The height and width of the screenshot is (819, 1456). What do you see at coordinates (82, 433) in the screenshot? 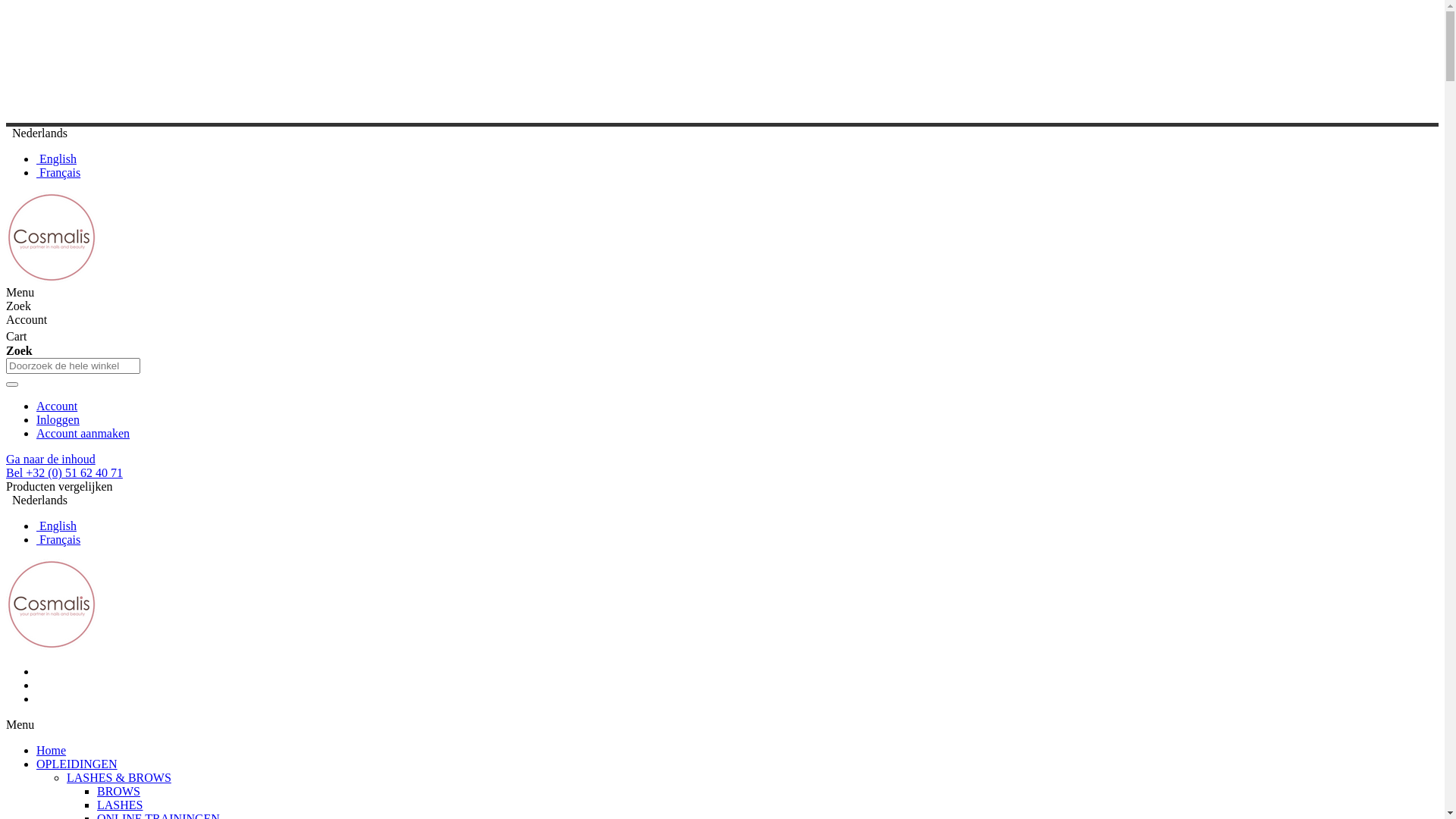
I see `'Account aanmaken'` at bounding box center [82, 433].